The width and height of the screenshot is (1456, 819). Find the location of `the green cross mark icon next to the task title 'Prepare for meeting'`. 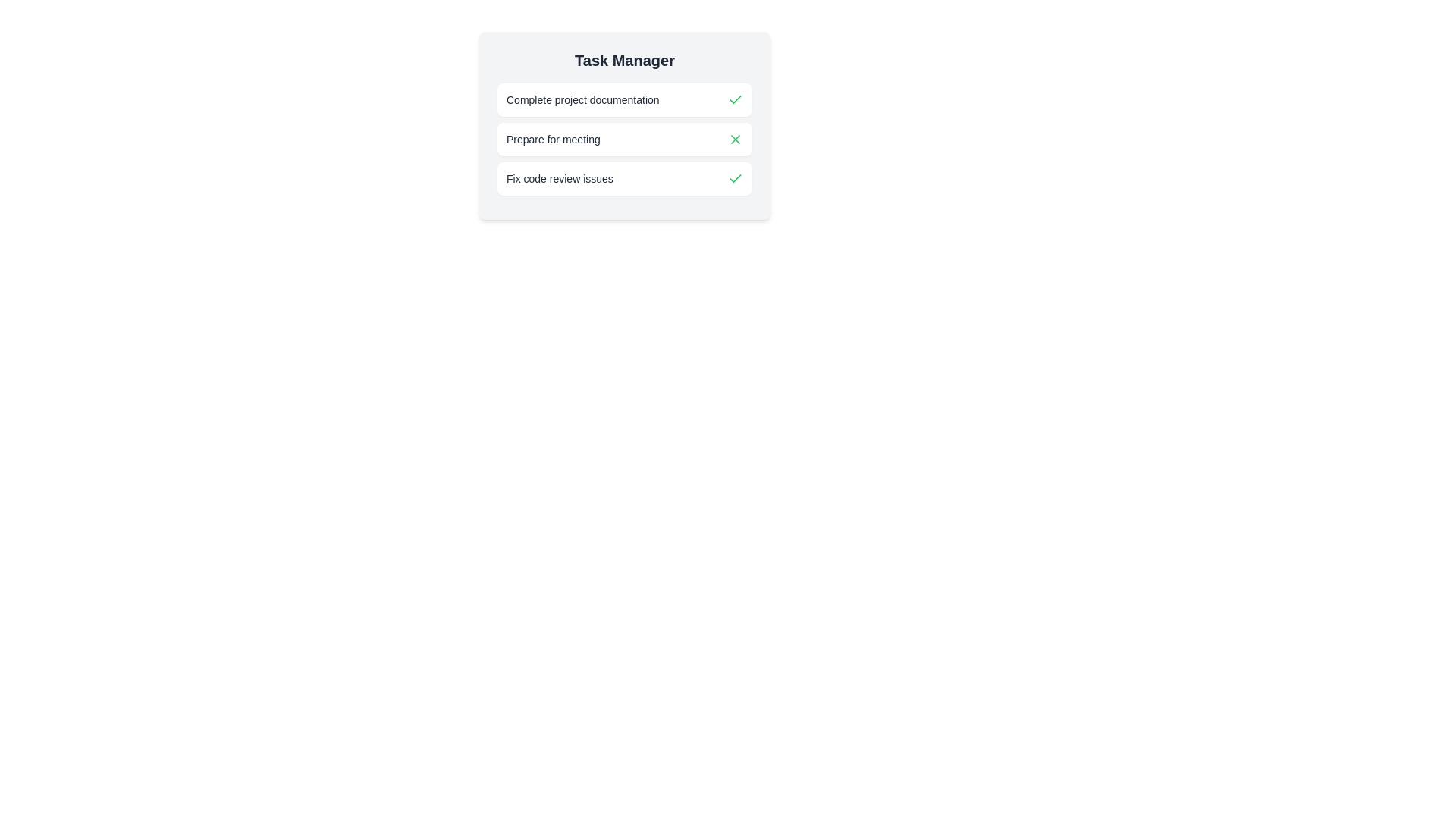

the green cross mark icon next to the task title 'Prepare for meeting' is located at coordinates (735, 140).